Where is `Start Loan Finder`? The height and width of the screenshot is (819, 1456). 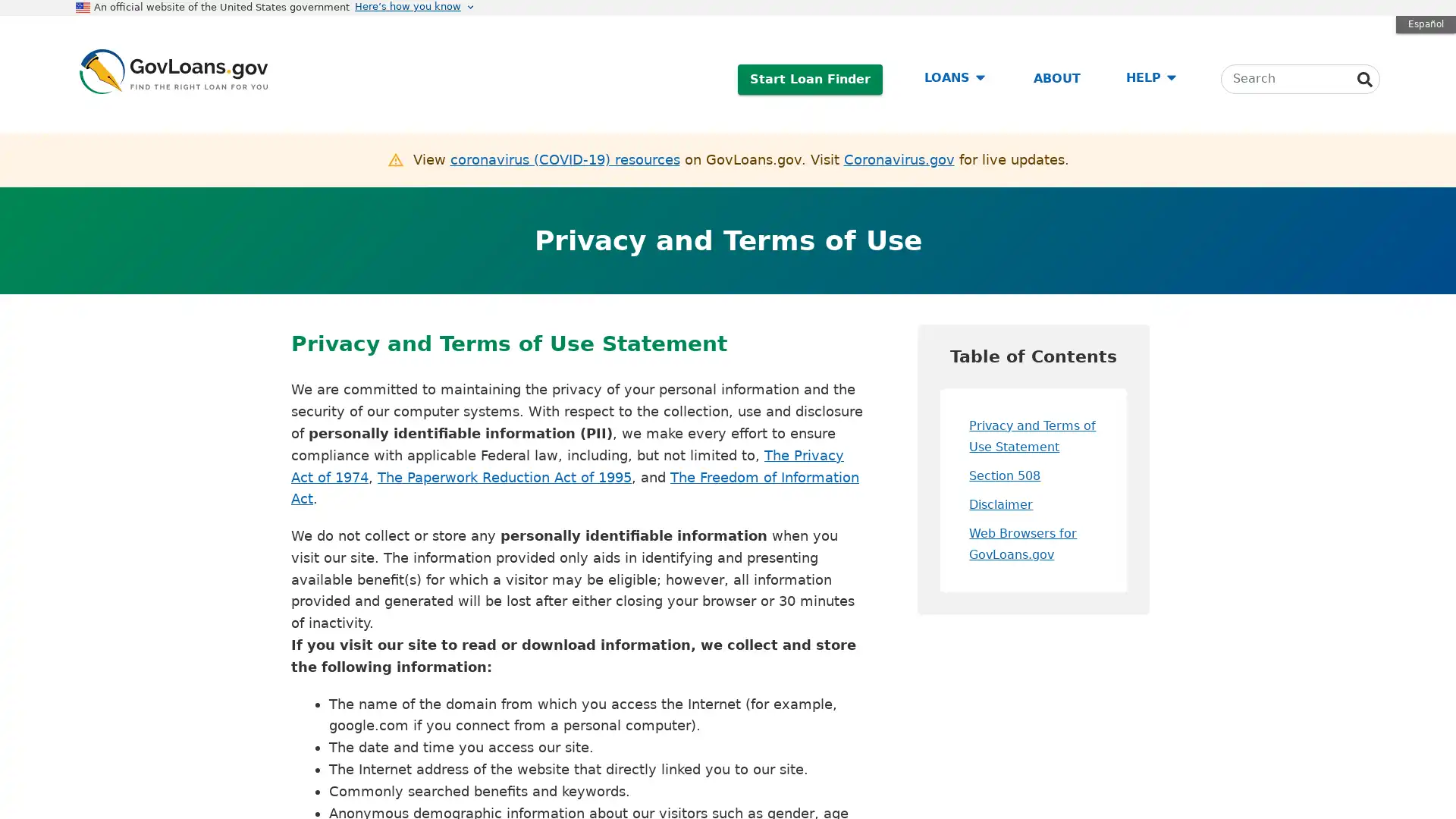
Start Loan Finder is located at coordinates (809, 79).